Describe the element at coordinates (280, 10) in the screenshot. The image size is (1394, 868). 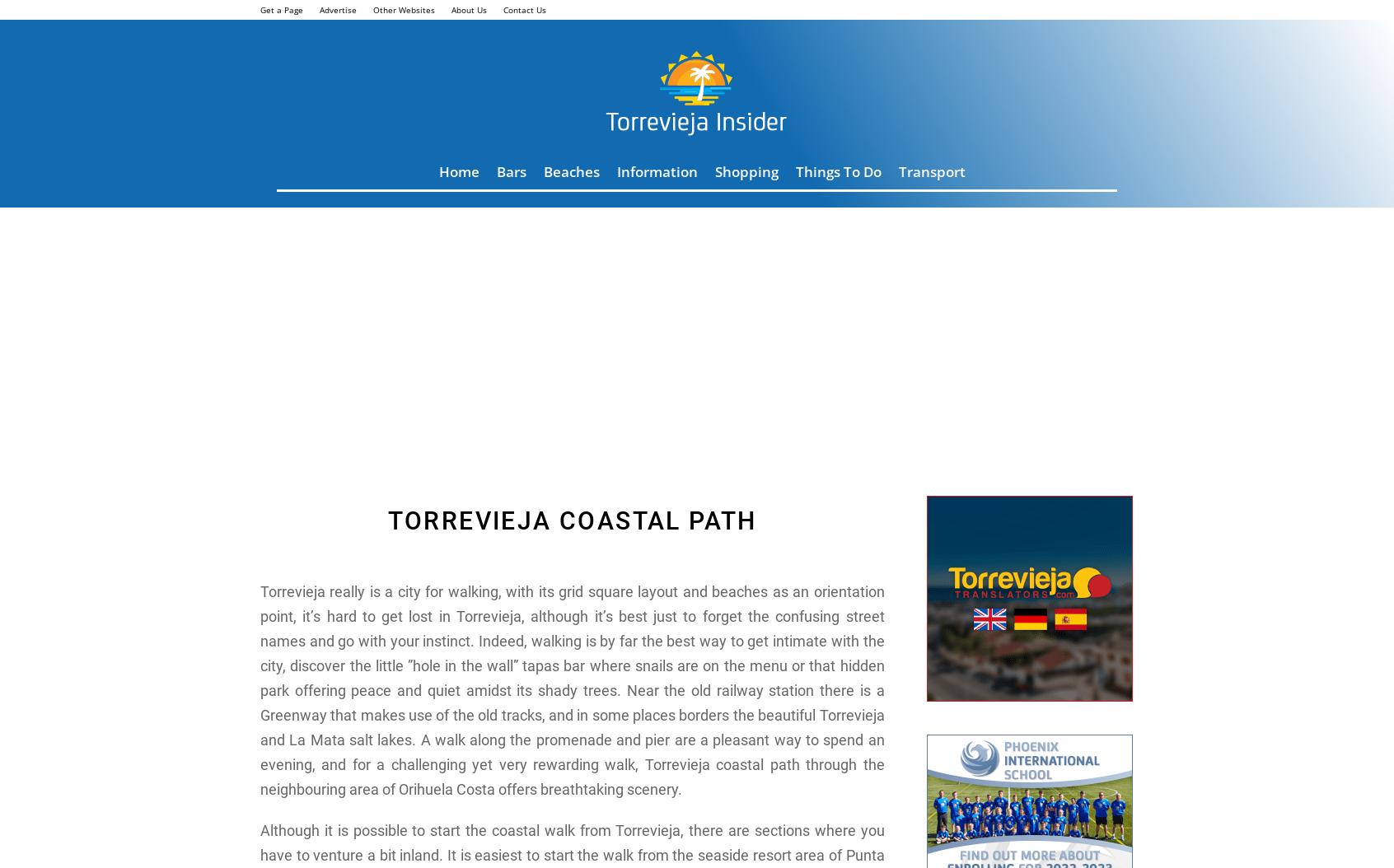
I see `'Get a Page'` at that location.